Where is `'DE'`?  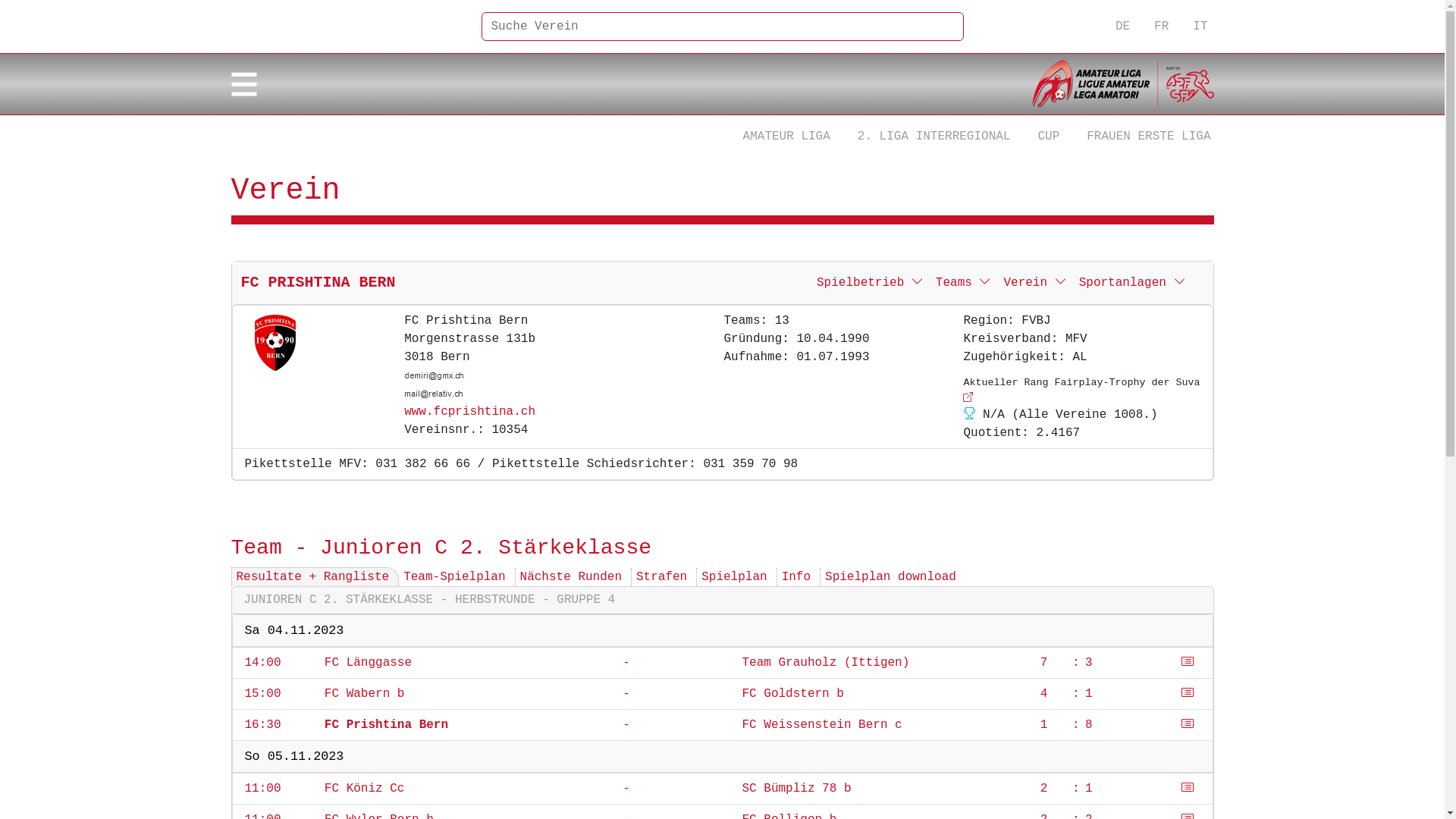
'DE' is located at coordinates (1122, 26).